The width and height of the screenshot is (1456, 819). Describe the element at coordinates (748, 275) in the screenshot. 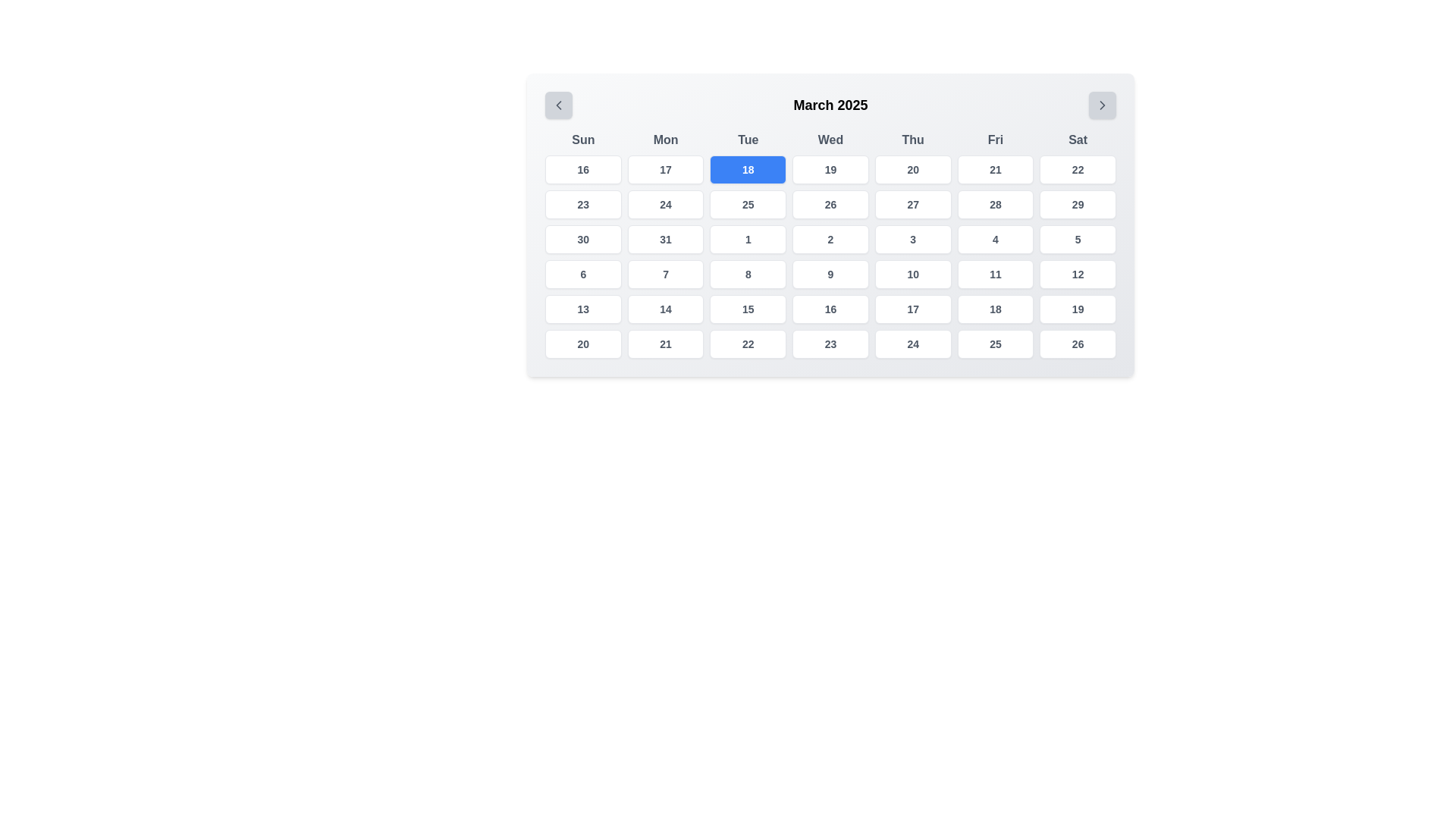

I see `the calendar date button representing '8' located in the sixth row and third column` at that location.